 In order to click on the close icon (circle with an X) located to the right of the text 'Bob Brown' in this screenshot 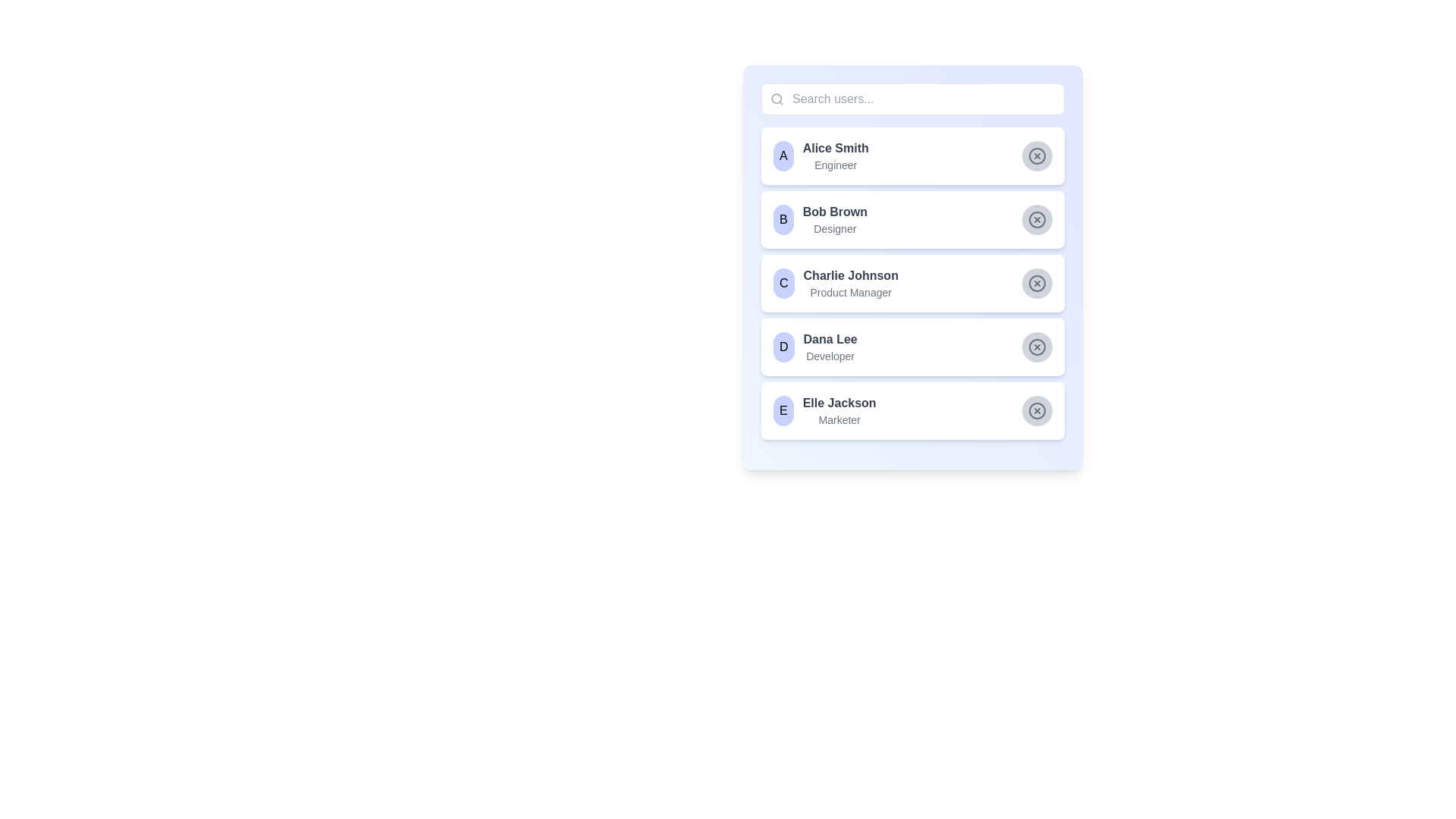, I will do `click(1037, 219)`.